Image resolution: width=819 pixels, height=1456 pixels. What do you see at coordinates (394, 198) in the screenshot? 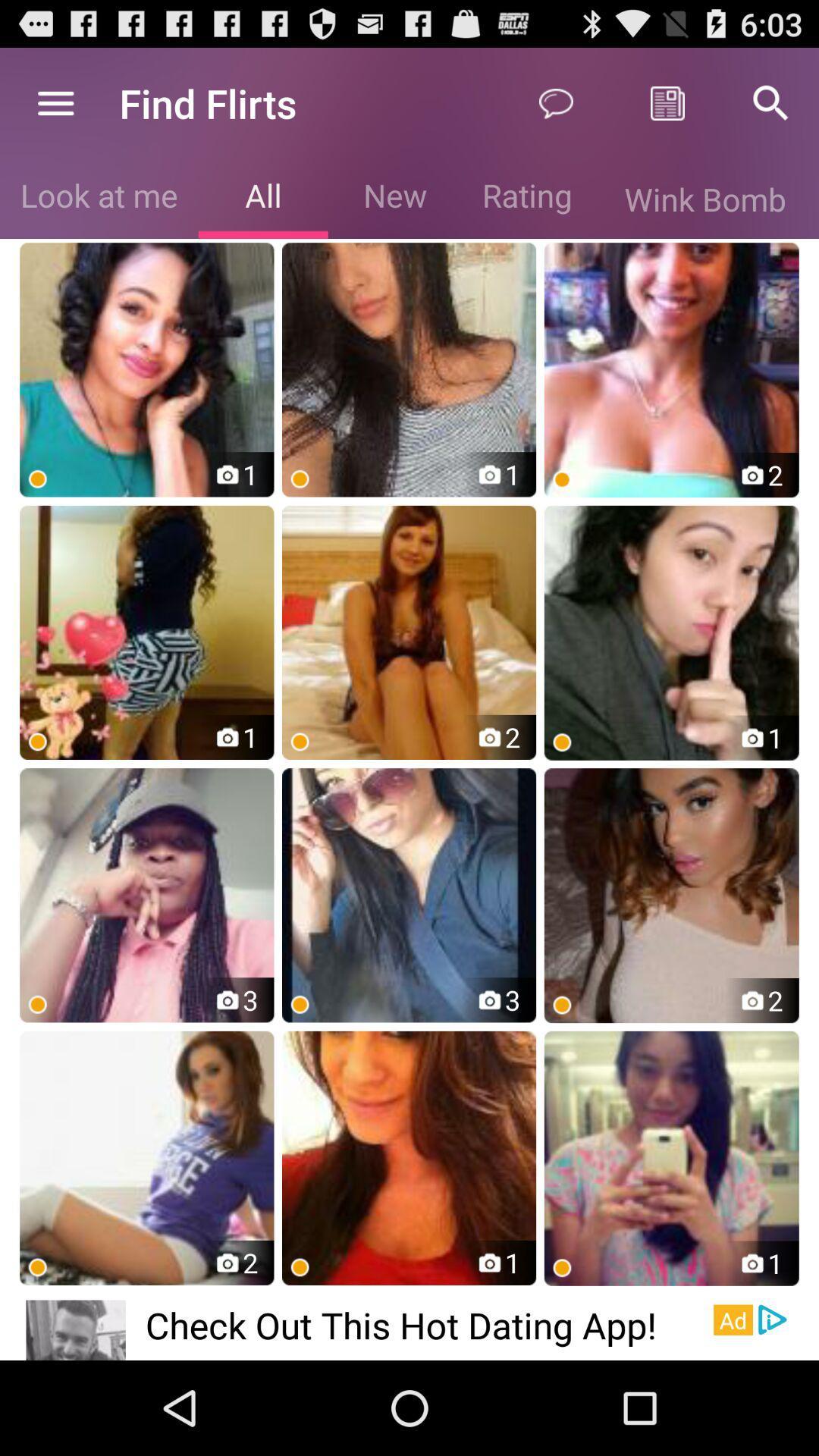
I see `the new` at bounding box center [394, 198].